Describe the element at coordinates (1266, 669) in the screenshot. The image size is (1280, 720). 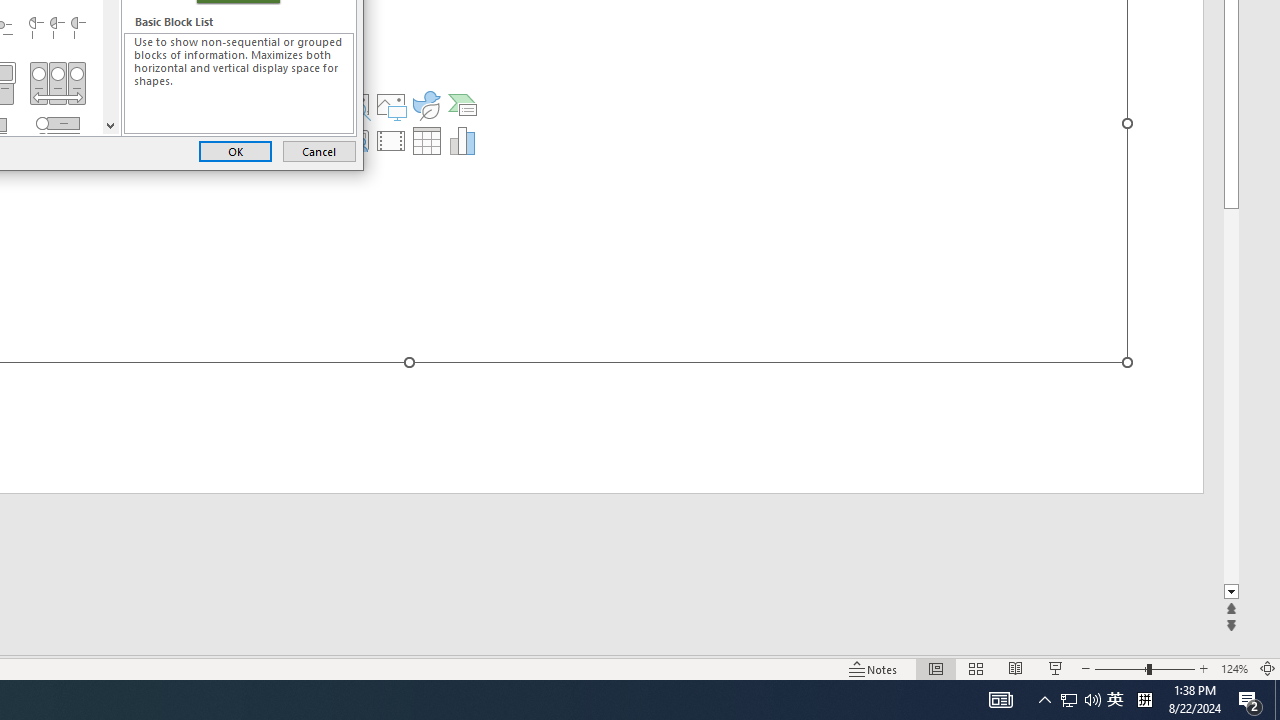
I see `'Zoom to Fit '` at that location.